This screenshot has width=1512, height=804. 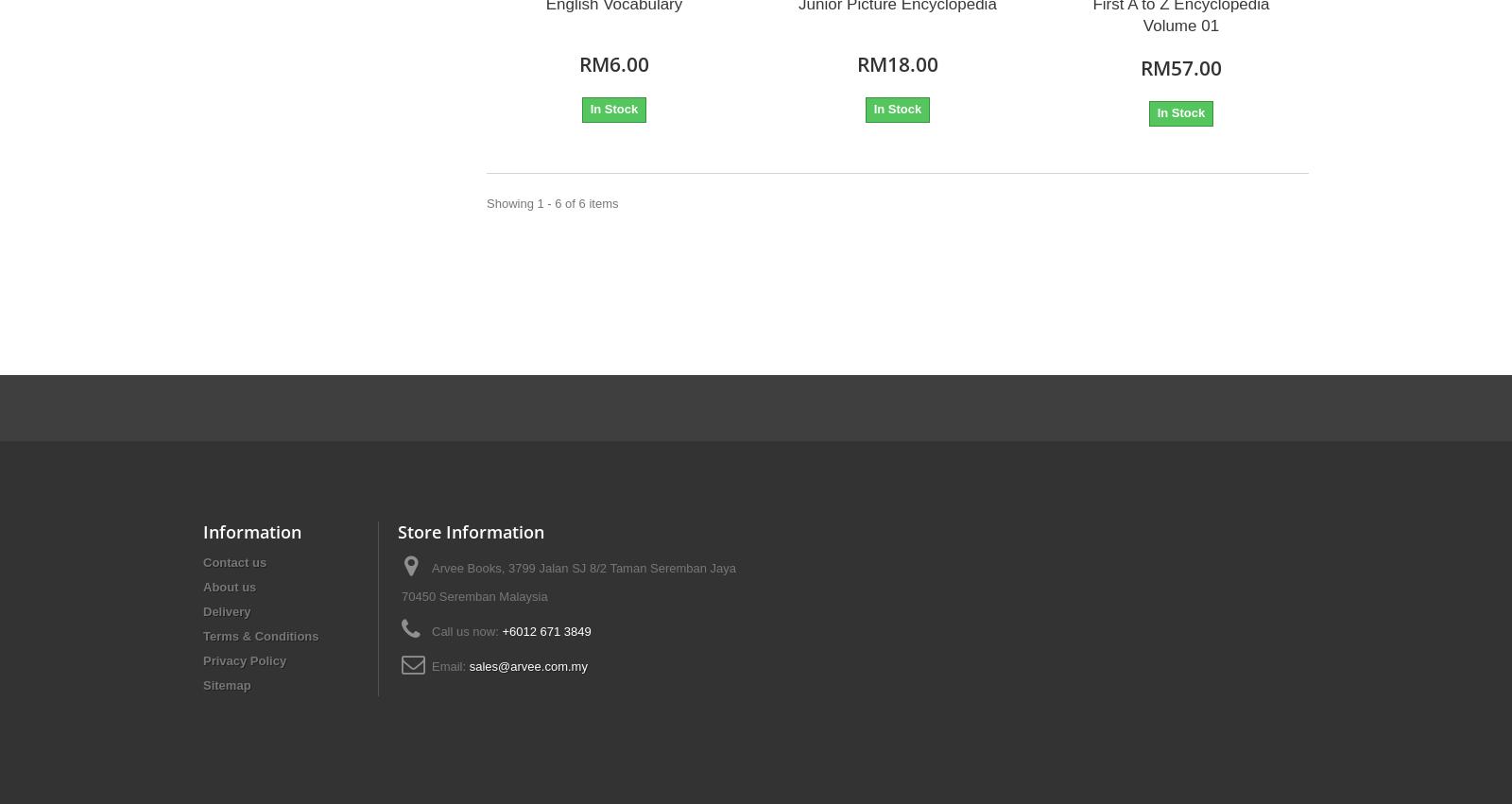 I want to click on 'Arvee Books, 3799 Jalan SJ 8/2 Taman Seremban Jaya 70450 Seremban Malaysia', so click(x=568, y=581).